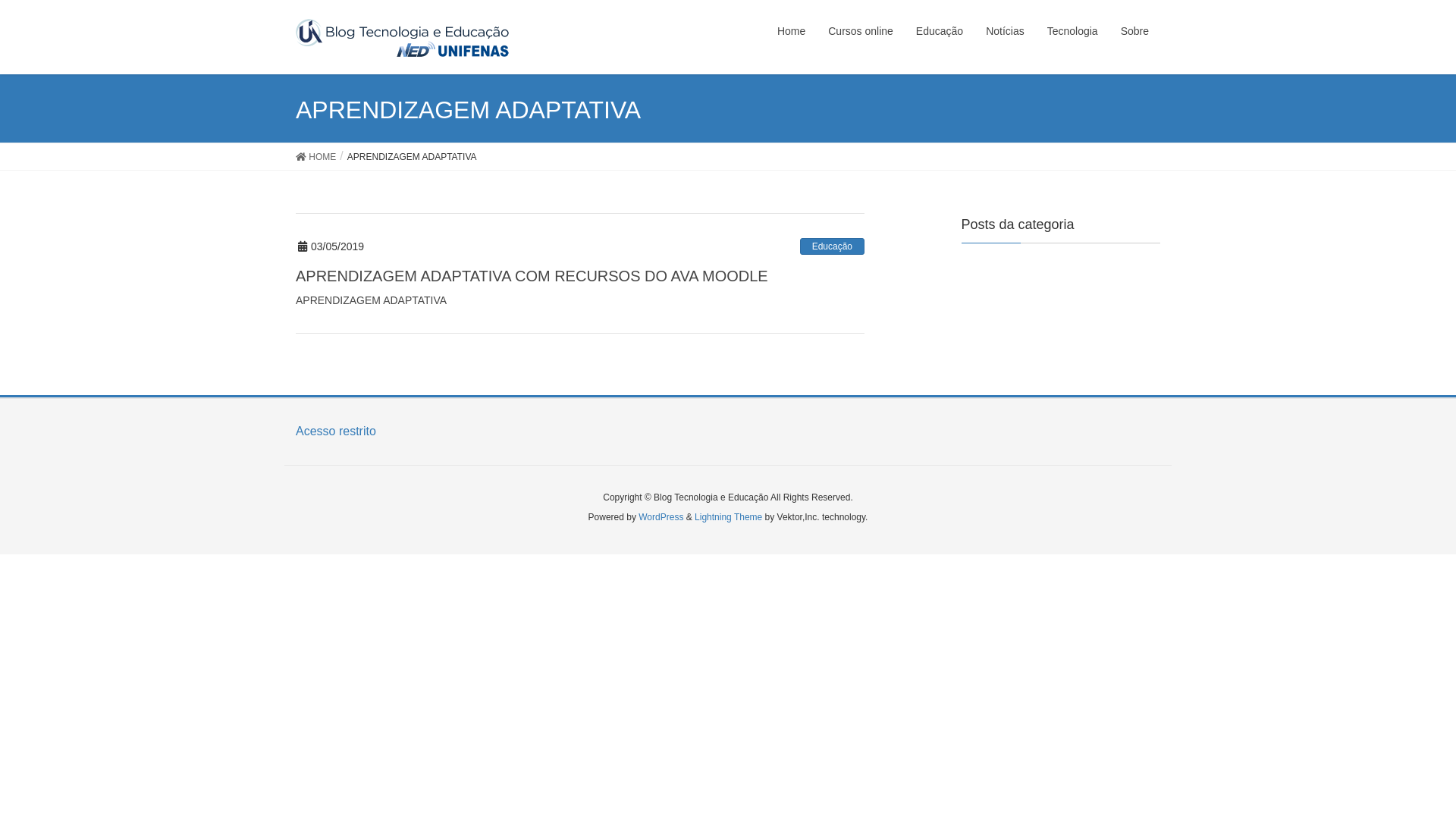 The image size is (1456, 819). What do you see at coordinates (790, 31) in the screenshot?
I see `'Home'` at bounding box center [790, 31].